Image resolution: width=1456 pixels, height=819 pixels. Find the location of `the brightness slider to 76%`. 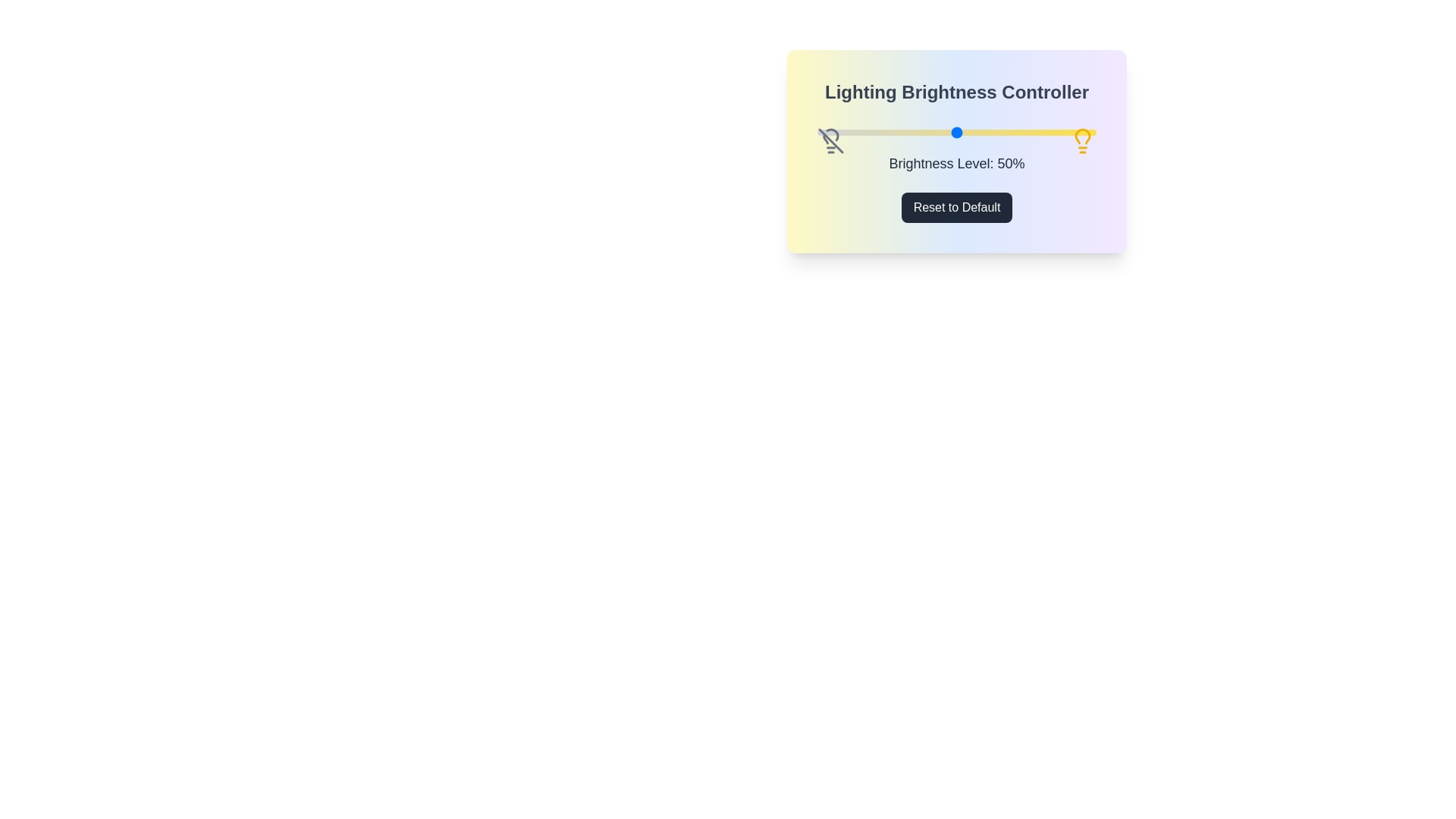

the brightness slider to 76% is located at coordinates (1029, 131).